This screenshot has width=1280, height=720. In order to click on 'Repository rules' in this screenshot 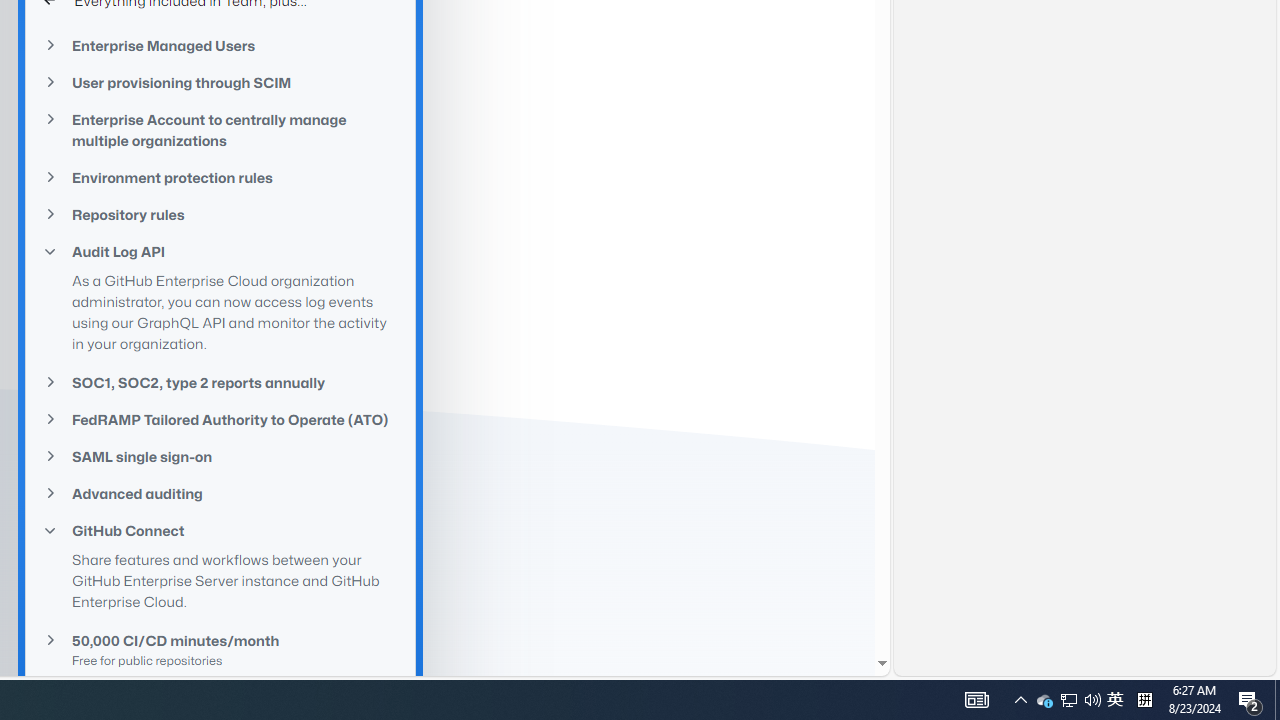, I will do `click(220, 214)`.